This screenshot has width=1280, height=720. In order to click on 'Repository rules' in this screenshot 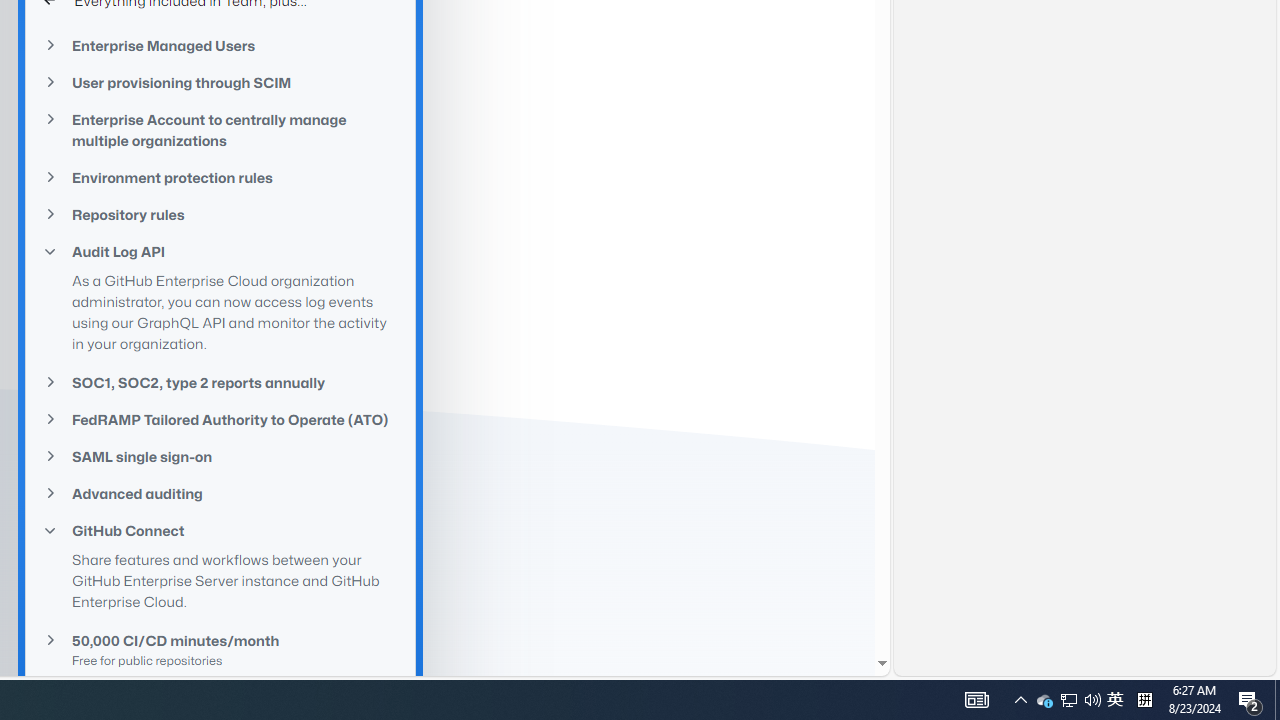, I will do `click(220, 214)`.